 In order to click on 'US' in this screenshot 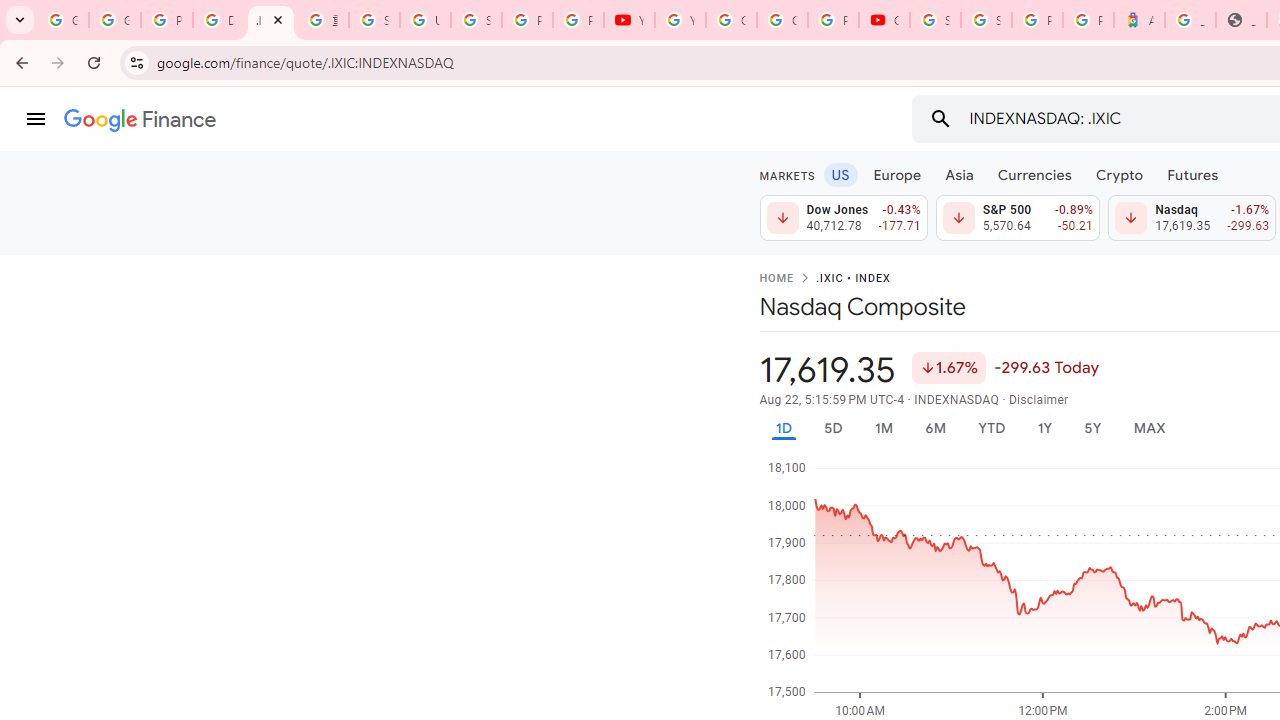, I will do `click(840, 173)`.